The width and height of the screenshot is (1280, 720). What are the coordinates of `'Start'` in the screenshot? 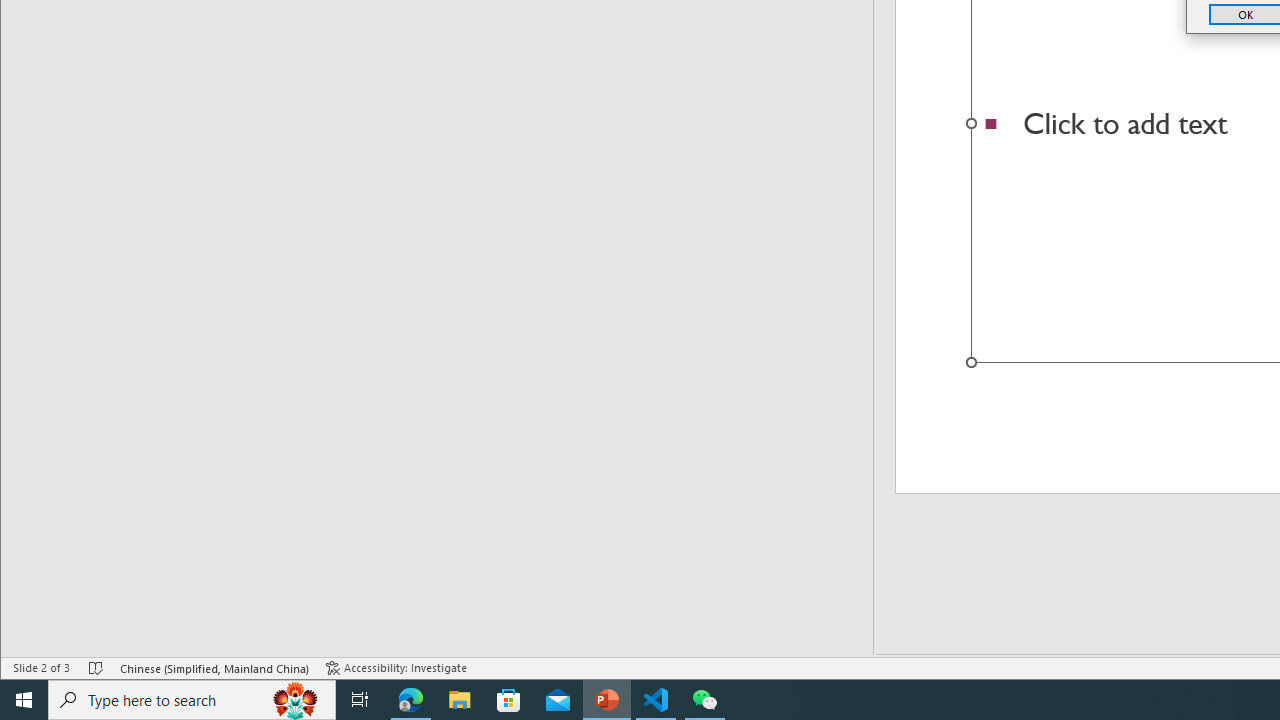 It's located at (24, 698).